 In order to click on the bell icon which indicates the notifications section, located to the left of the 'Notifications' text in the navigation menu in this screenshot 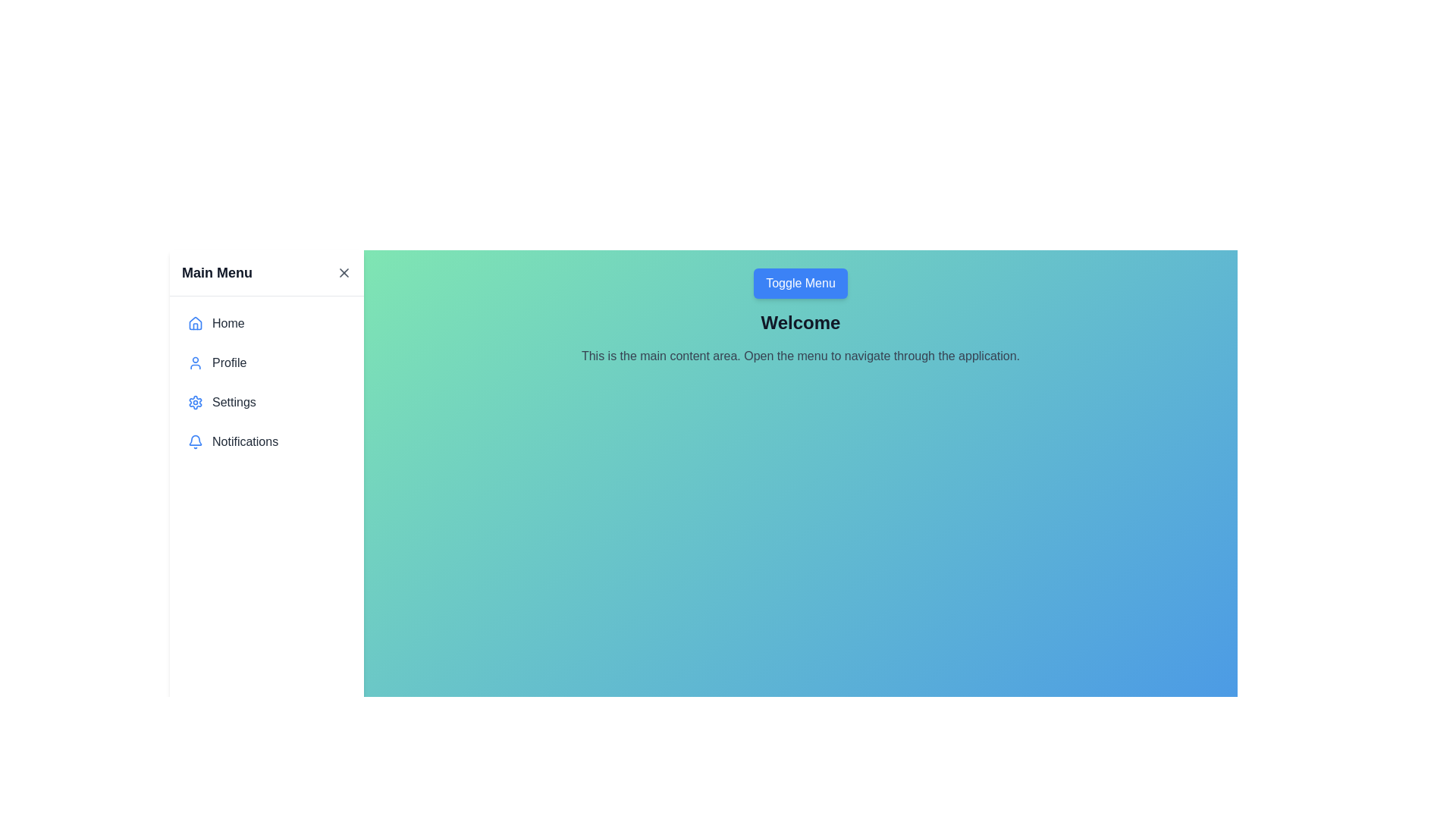, I will do `click(195, 441)`.